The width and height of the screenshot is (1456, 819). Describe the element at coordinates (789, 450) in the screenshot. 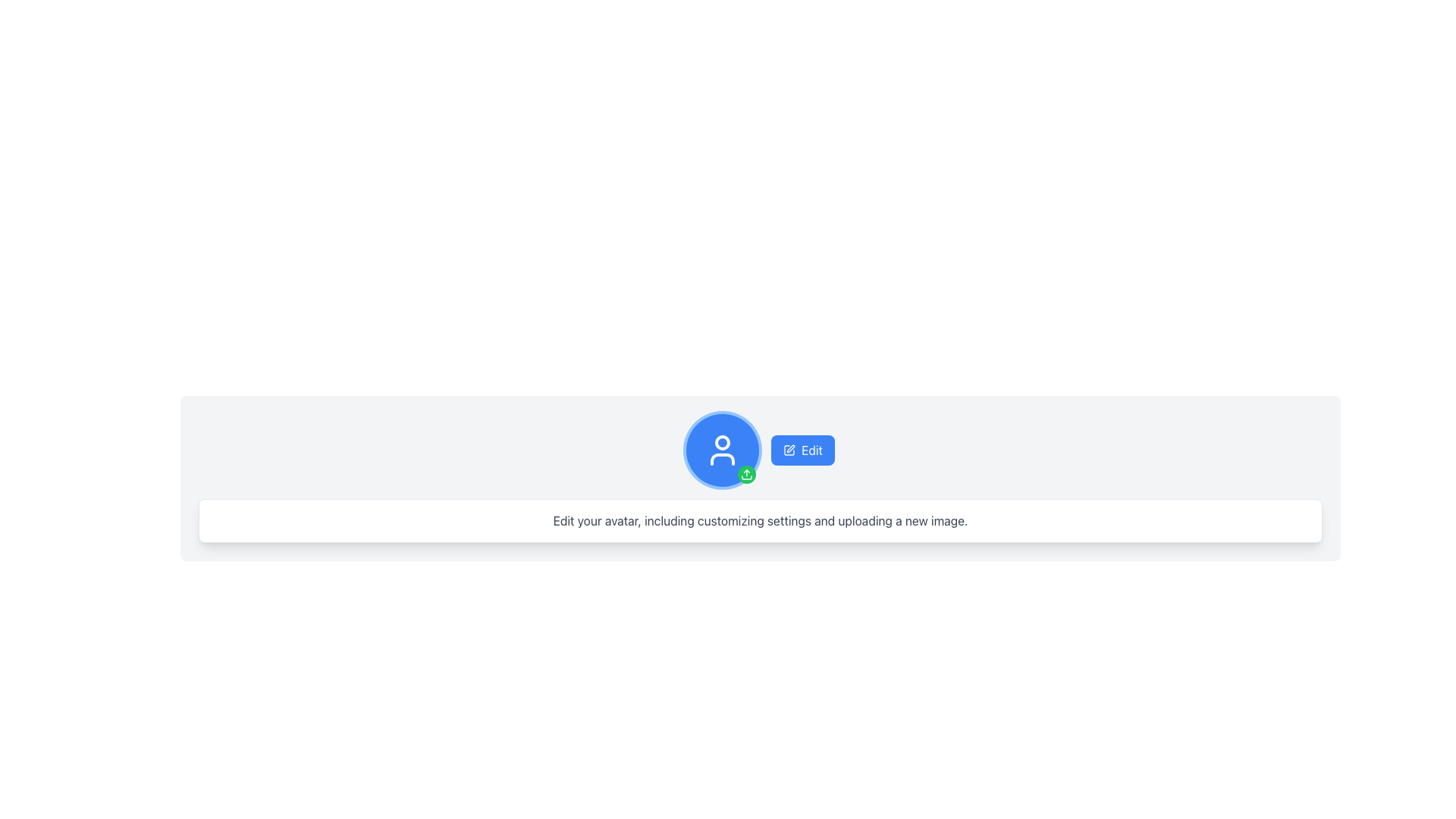

I see `the 'Edit' button that contains the minimalist pen icon outlined in light color, positioned to the left of the text 'Edit'` at that location.